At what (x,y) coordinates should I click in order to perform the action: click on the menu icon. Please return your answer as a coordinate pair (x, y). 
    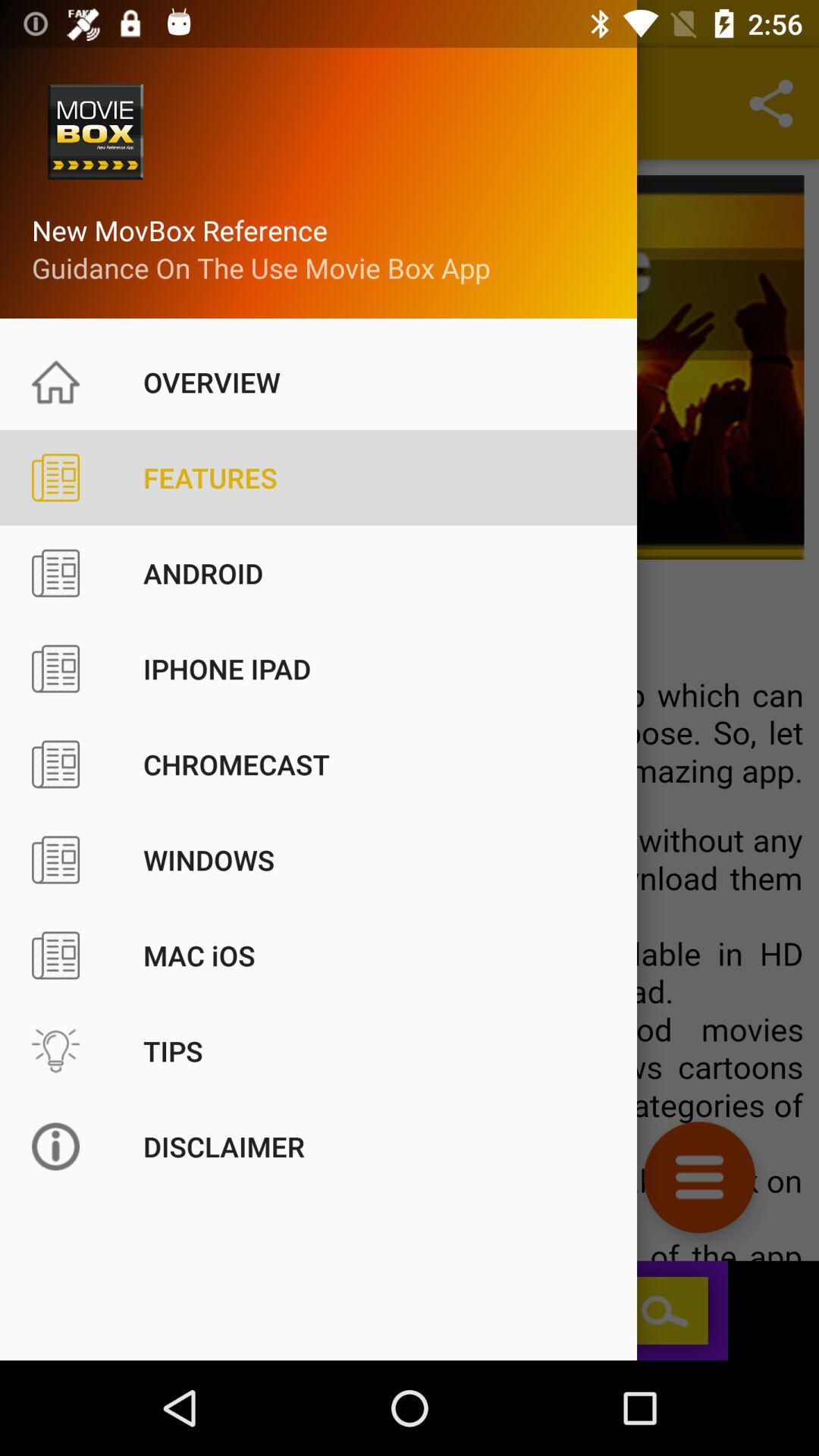
    Looking at the image, I should click on (699, 1176).